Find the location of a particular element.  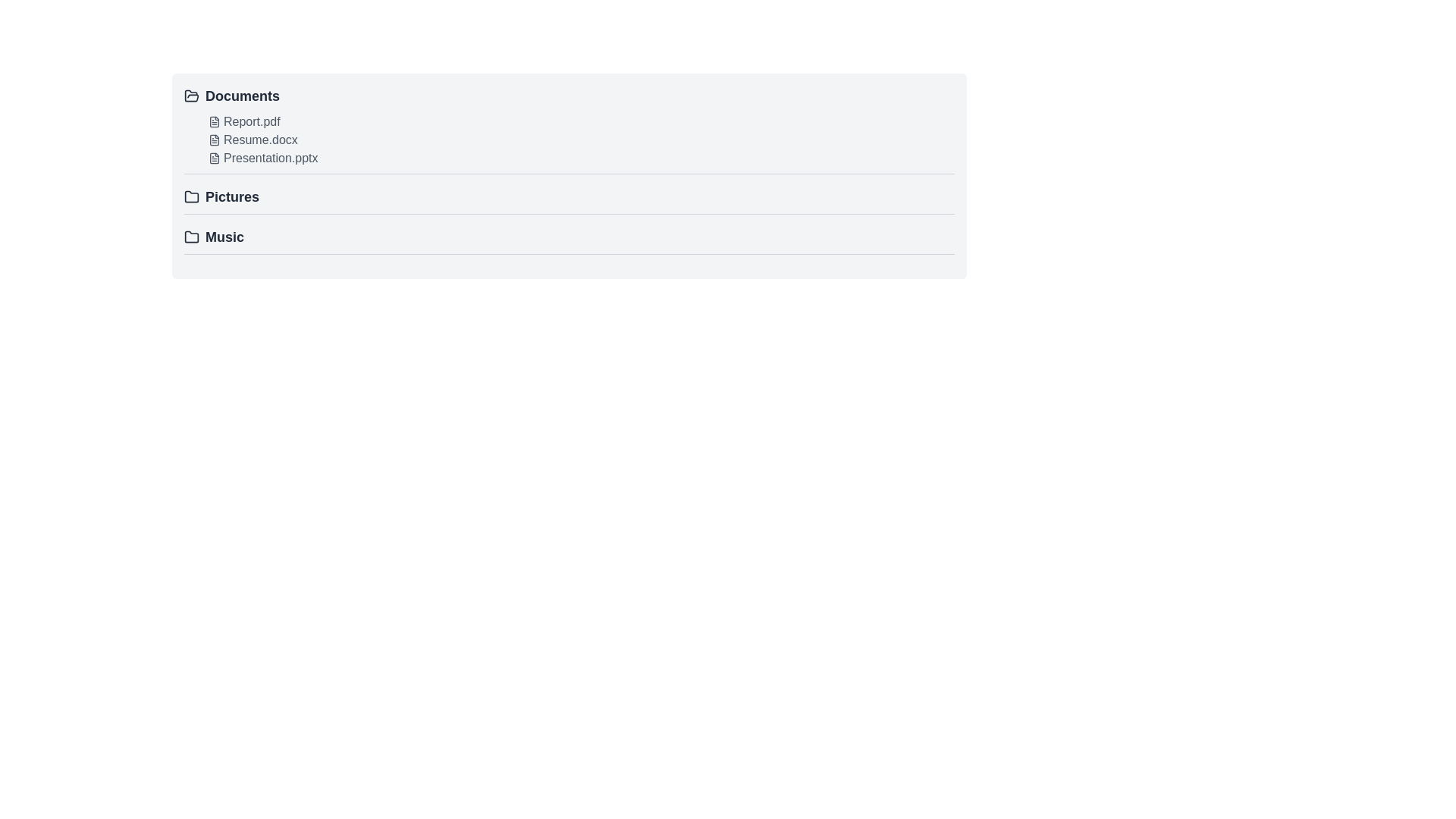

the Music folder icon located to the left of the label 'Music' is located at coordinates (191, 237).